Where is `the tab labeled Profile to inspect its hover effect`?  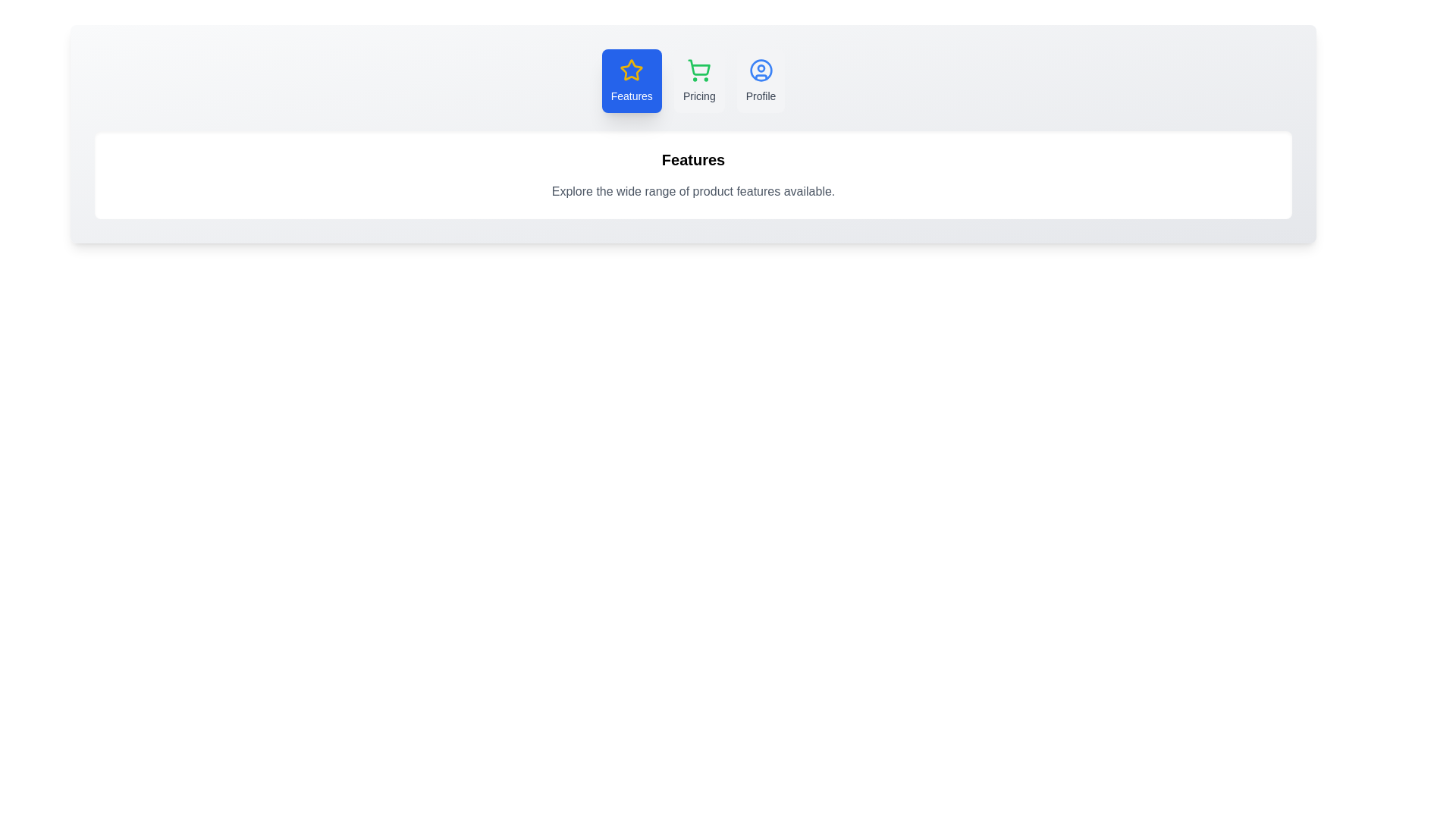
the tab labeled Profile to inspect its hover effect is located at coordinates (761, 81).